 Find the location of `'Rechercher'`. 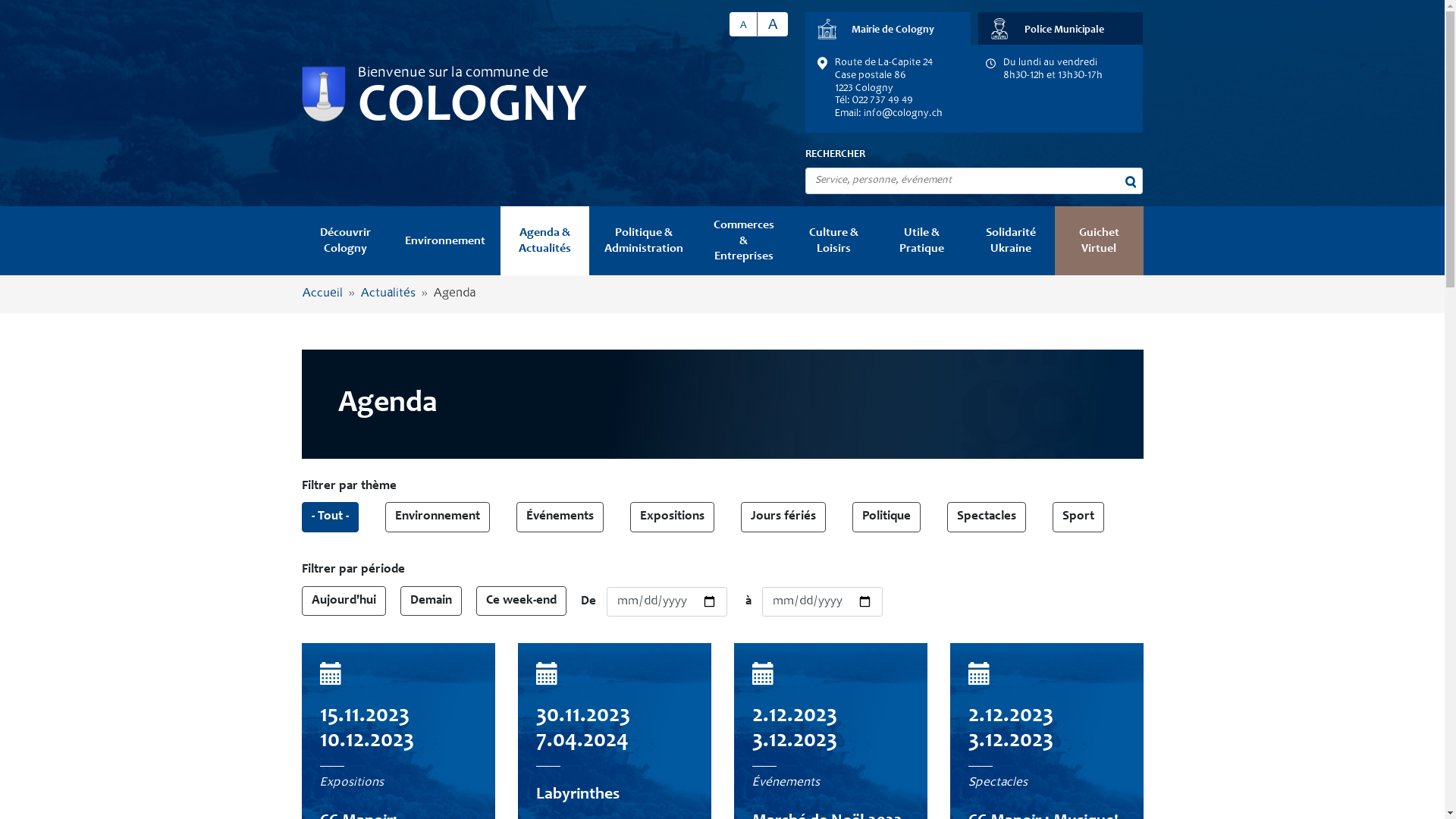

'Rechercher' is located at coordinates (1131, 180).